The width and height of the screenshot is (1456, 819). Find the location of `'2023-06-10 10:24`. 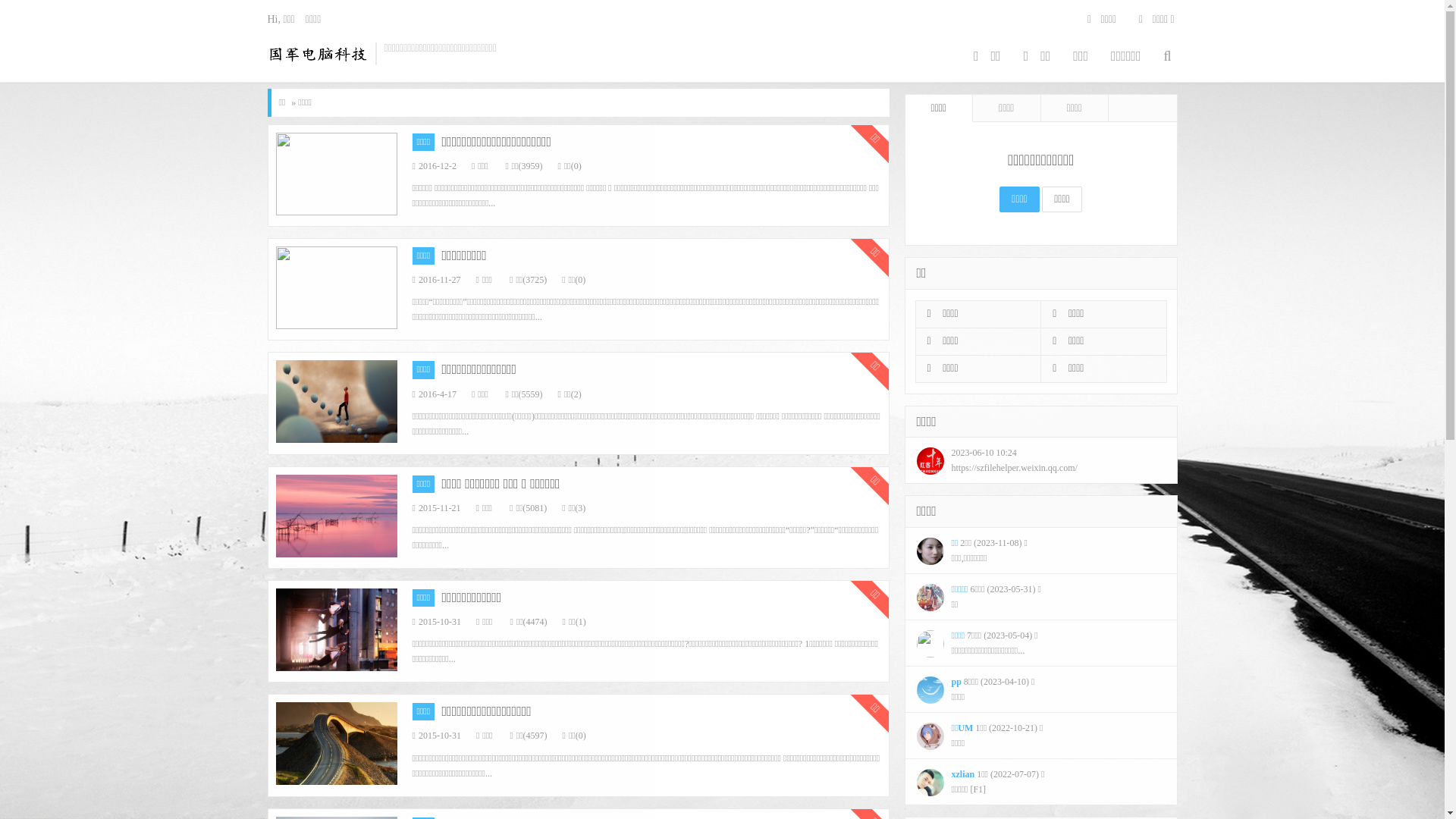

'2023-06-10 10:24 is located at coordinates (1040, 459).